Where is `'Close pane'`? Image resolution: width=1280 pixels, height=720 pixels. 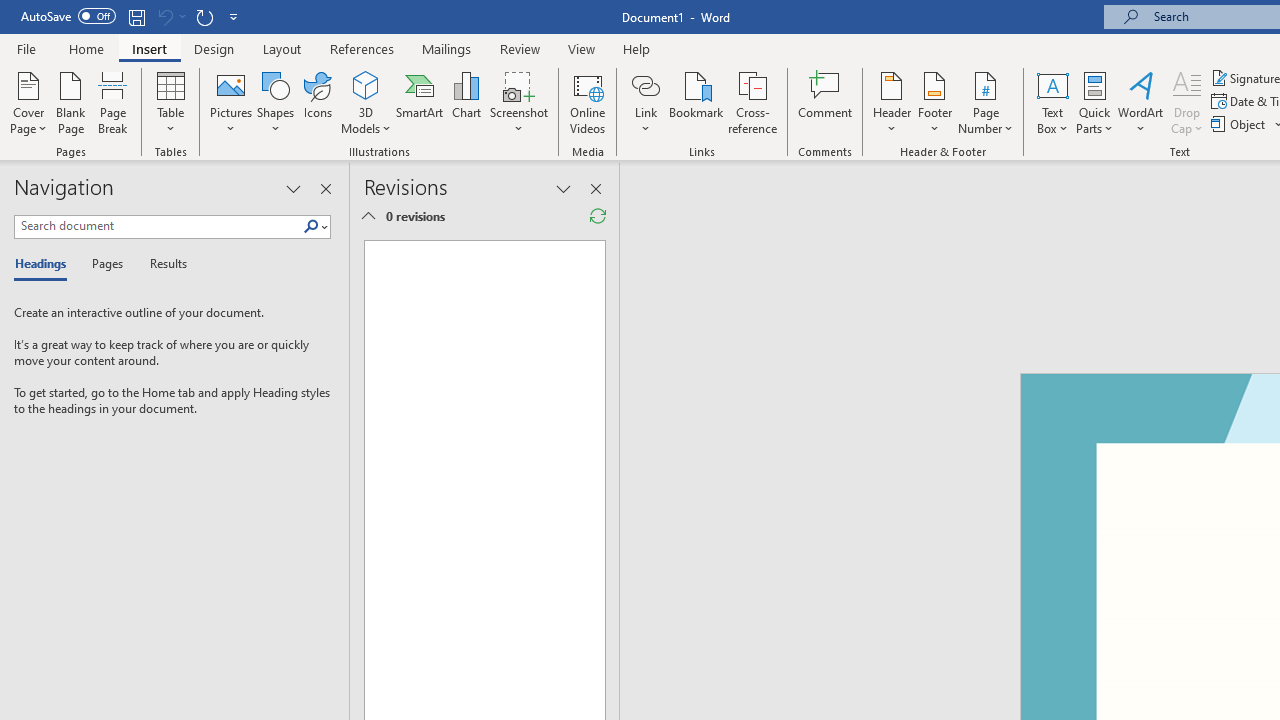
'Close pane' is located at coordinates (325, 189).